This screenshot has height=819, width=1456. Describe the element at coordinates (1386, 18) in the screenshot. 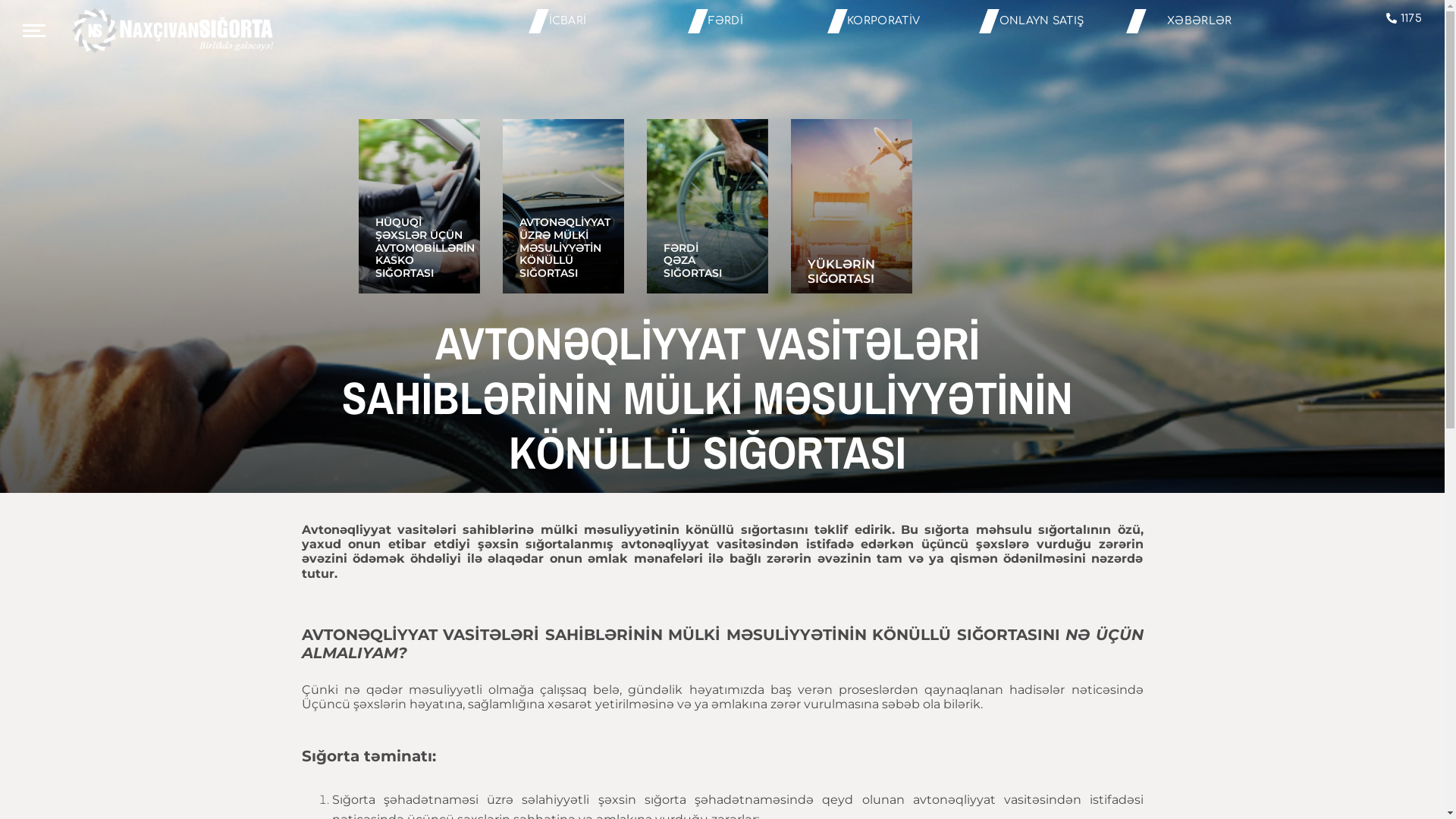

I see `'1175'` at that location.